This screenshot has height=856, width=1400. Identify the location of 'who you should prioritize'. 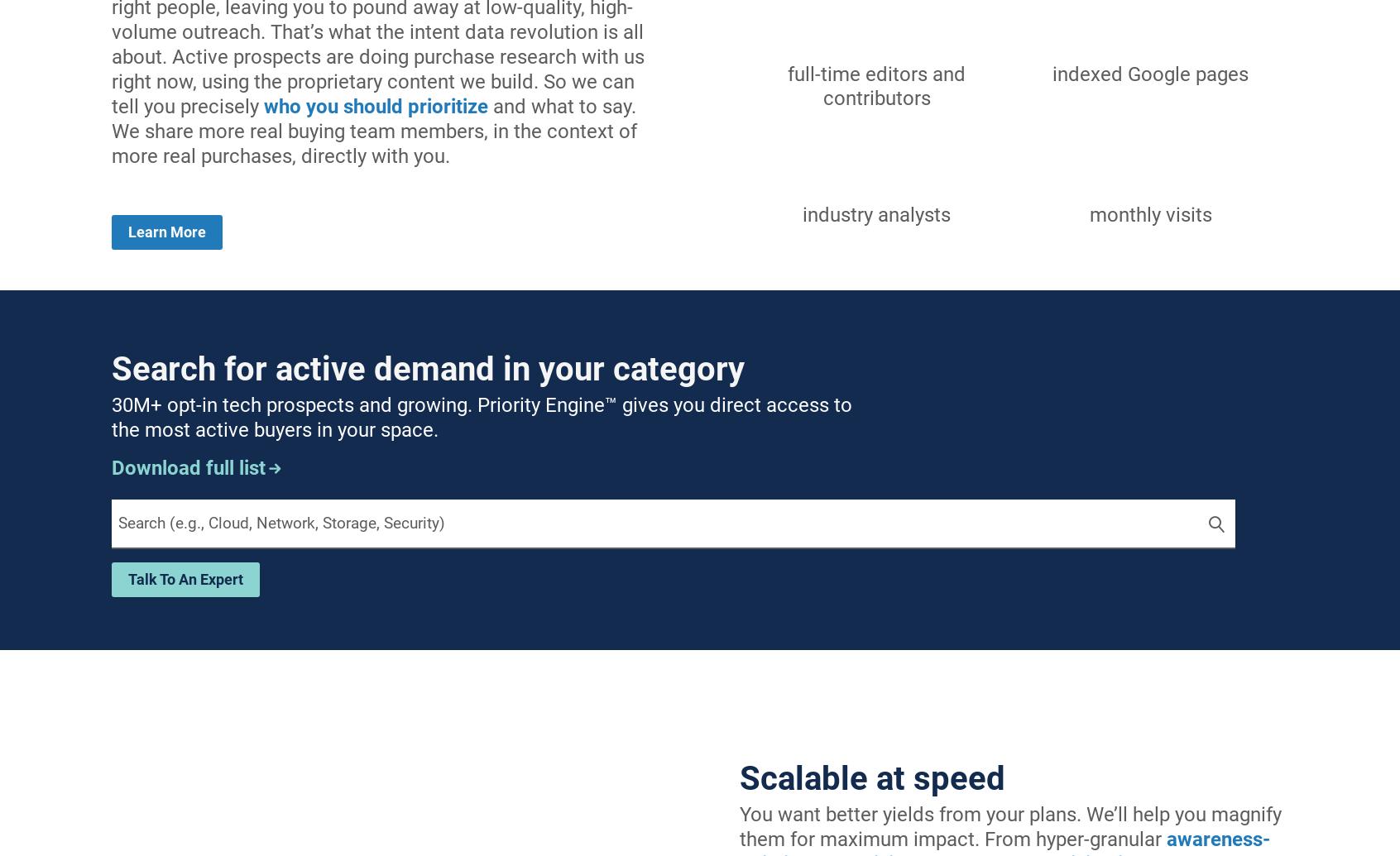
(375, 106).